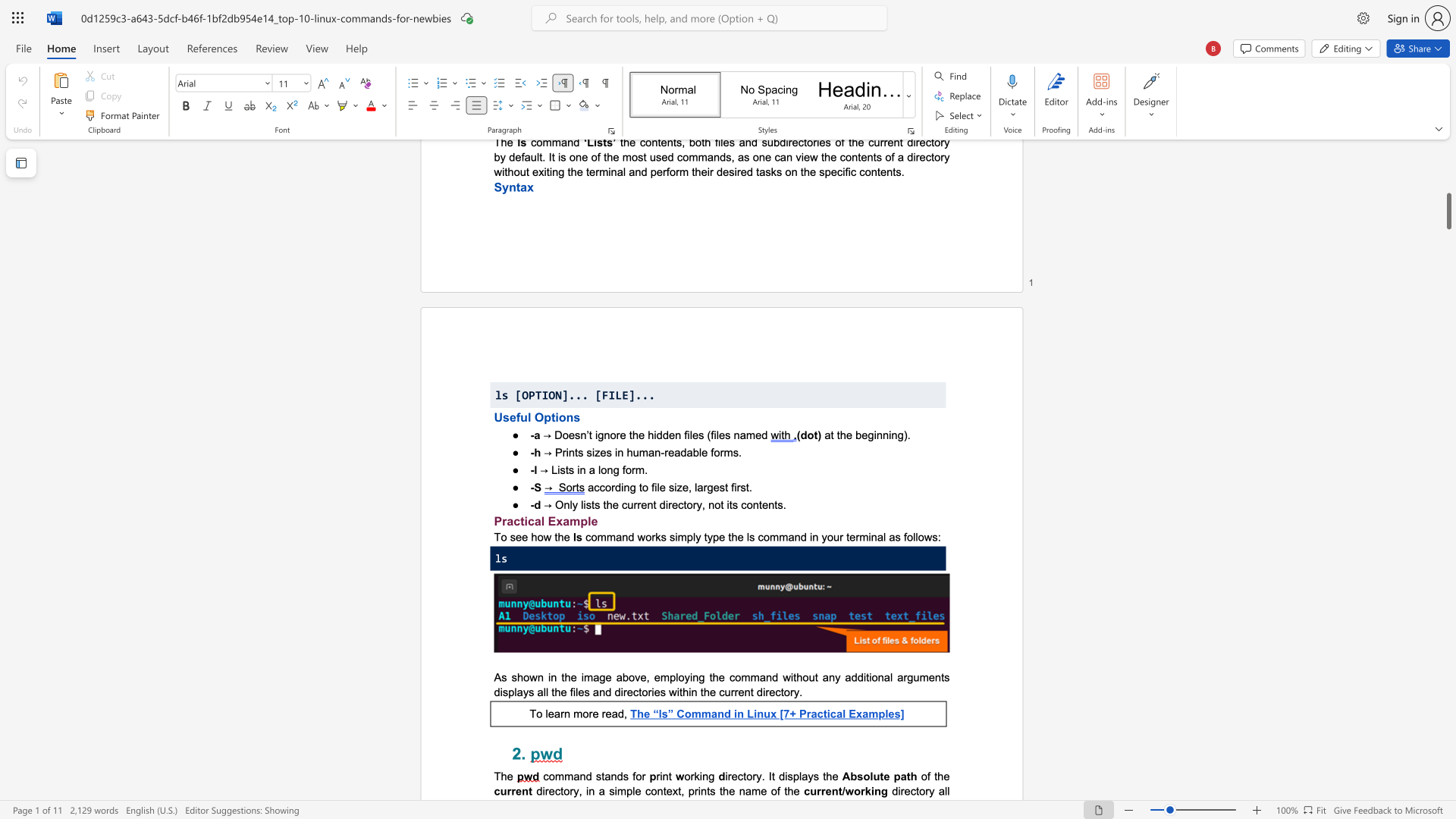 The image size is (1456, 819). Describe the element at coordinates (857, 676) in the screenshot. I see `the subset text "di" within the text "additional"` at that location.